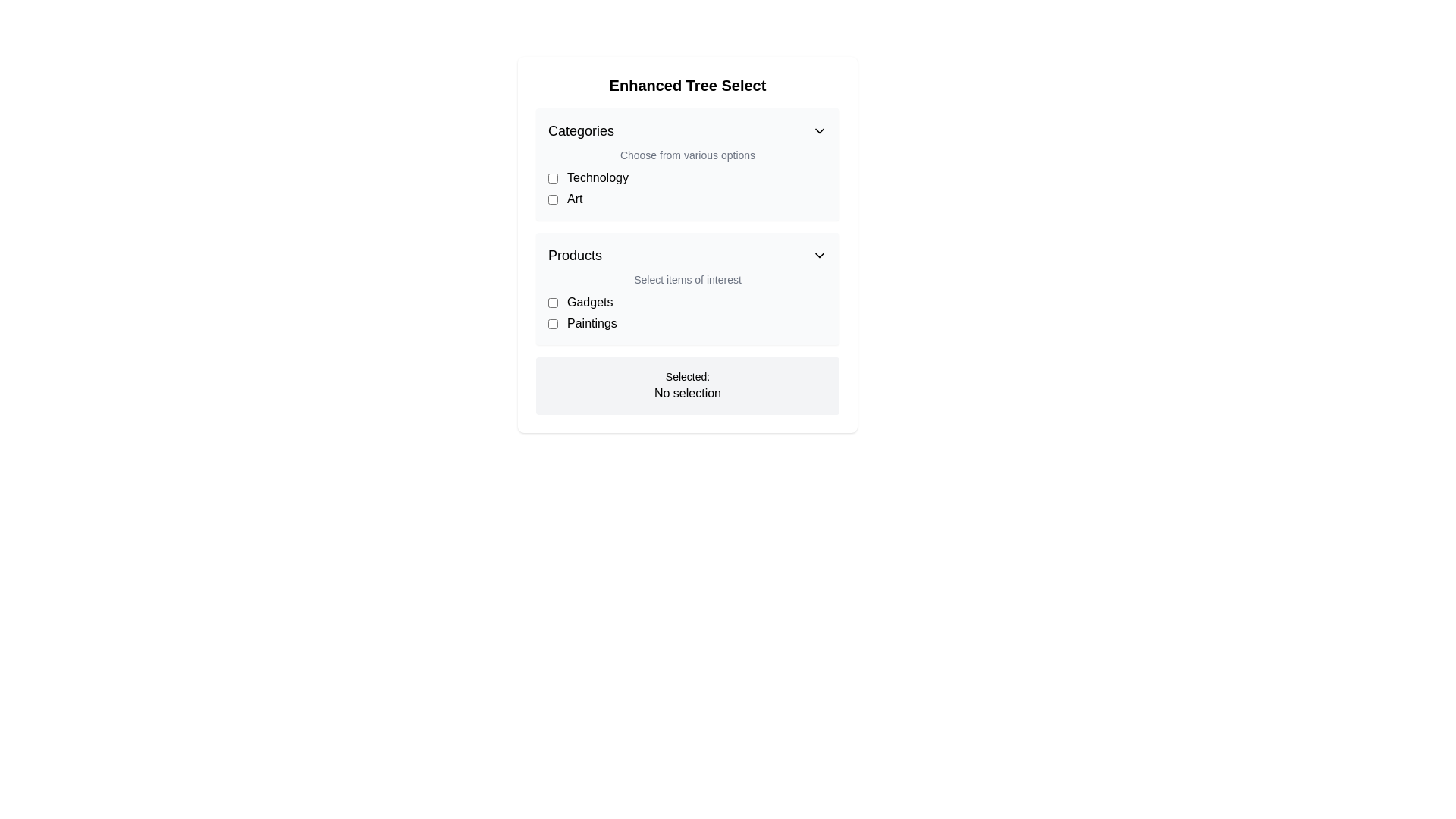 This screenshot has width=1456, height=819. What do you see at coordinates (574, 198) in the screenshot?
I see `the text label that describes the selection option for the adjacent checkbox, located in the 'Categories' section, positioned below 'Technology'` at bounding box center [574, 198].